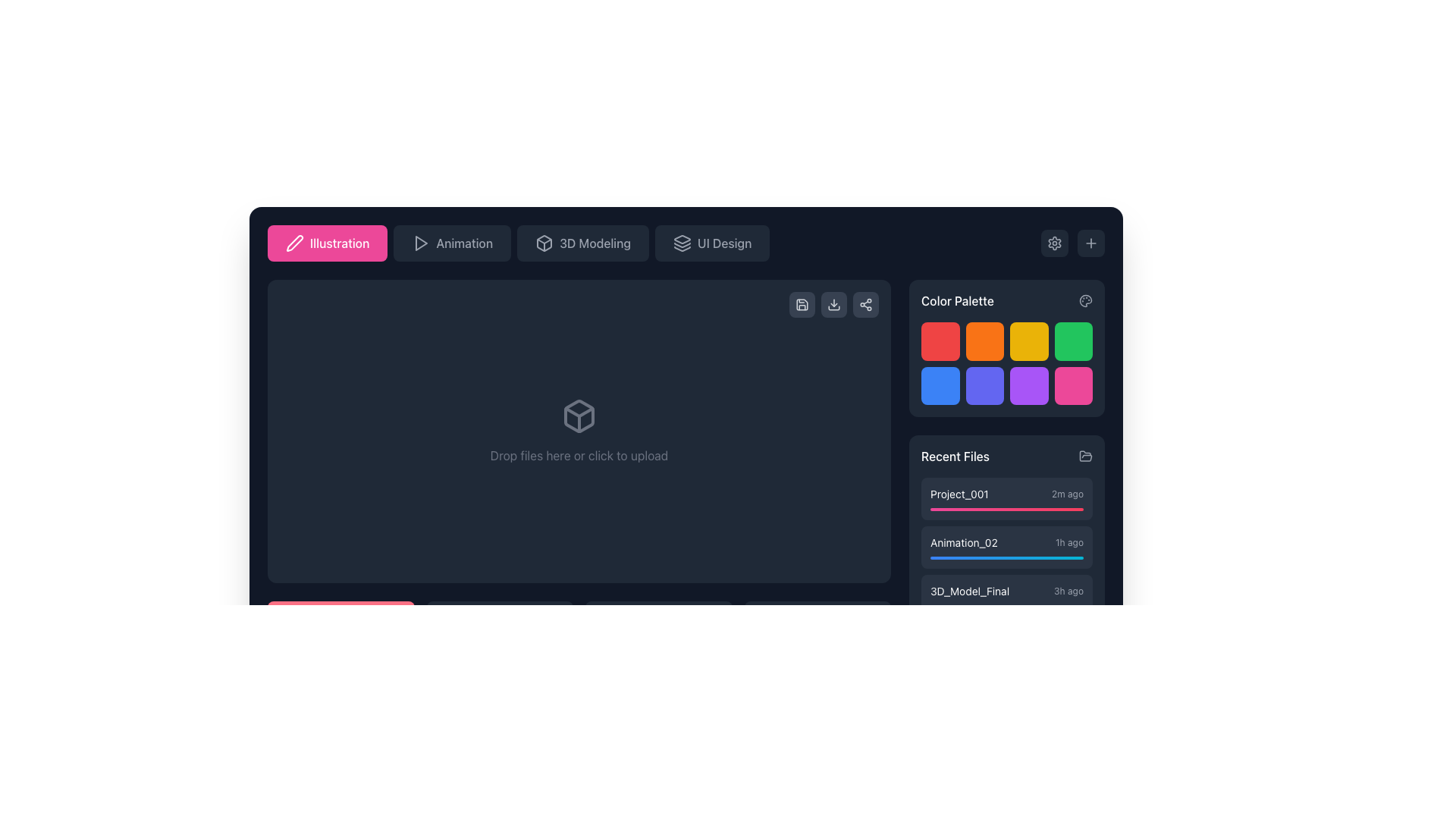  Describe the element at coordinates (421, 242) in the screenshot. I see `the triangular play icon within the 'Animation' button located in the top navigation bar, which is the second button after 'Illustration'` at that location.